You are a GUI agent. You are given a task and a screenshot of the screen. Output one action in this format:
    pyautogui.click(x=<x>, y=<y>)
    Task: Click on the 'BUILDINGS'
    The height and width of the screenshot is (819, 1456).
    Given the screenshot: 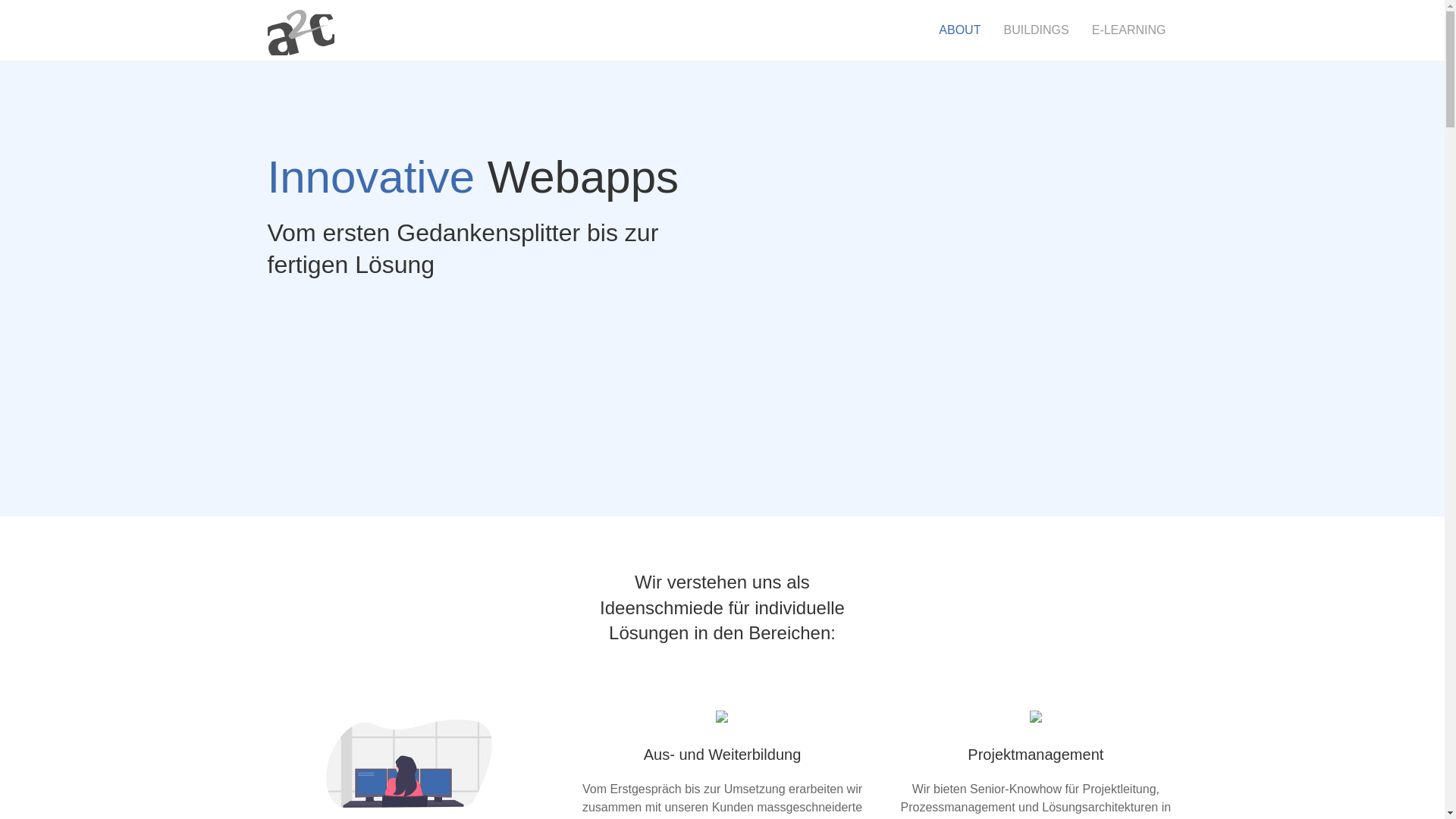 What is the action you would take?
    pyautogui.click(x=992, y=30)
    